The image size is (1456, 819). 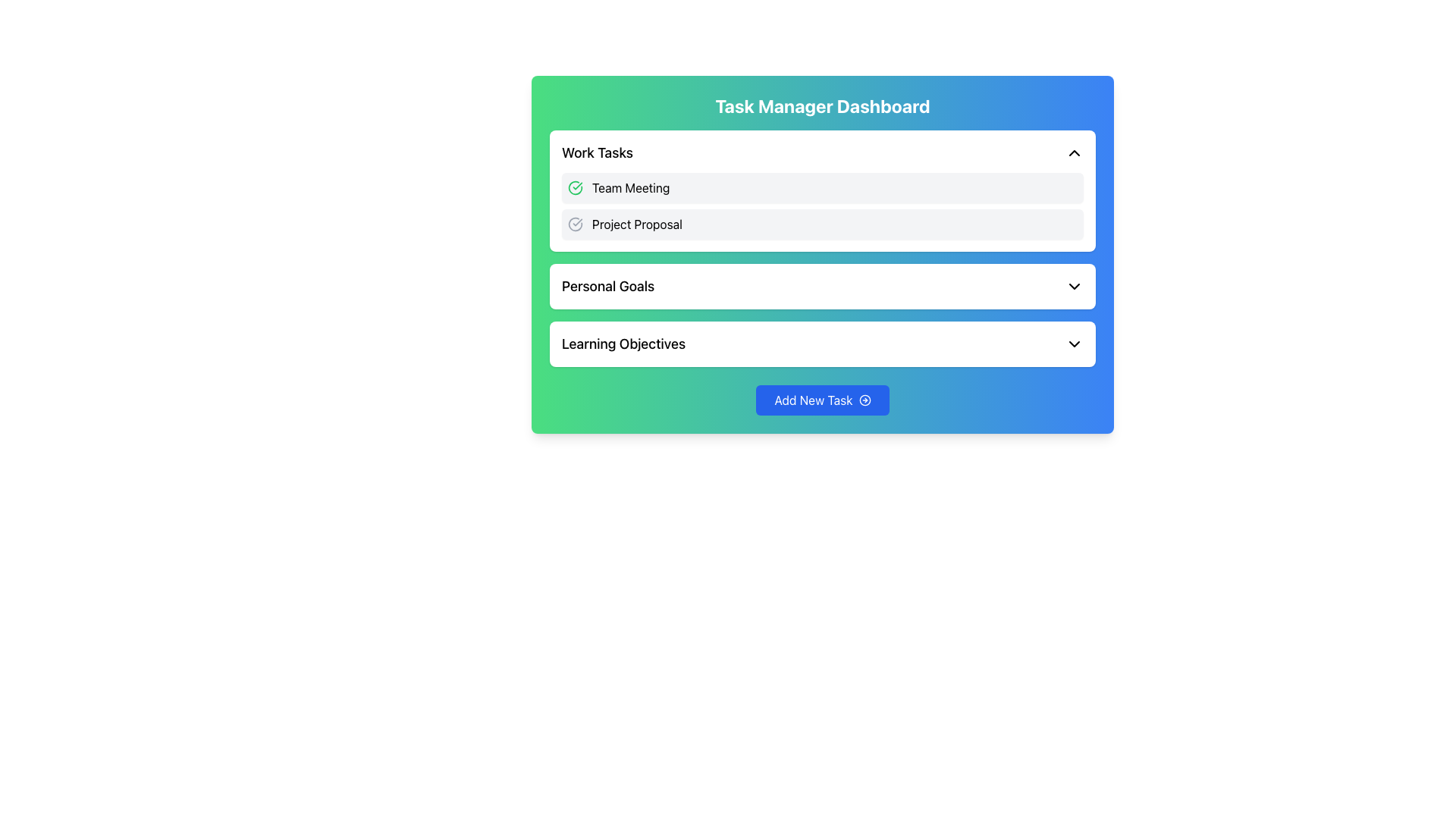 What do you see at coordinates (864, 400) in the screenshot?
I see `the circular icon with a right-pointing arrow, which is located to the right of the 'Add New Task' text in the button at the center-bottom area of the interface` at bounding box center [864, 400].